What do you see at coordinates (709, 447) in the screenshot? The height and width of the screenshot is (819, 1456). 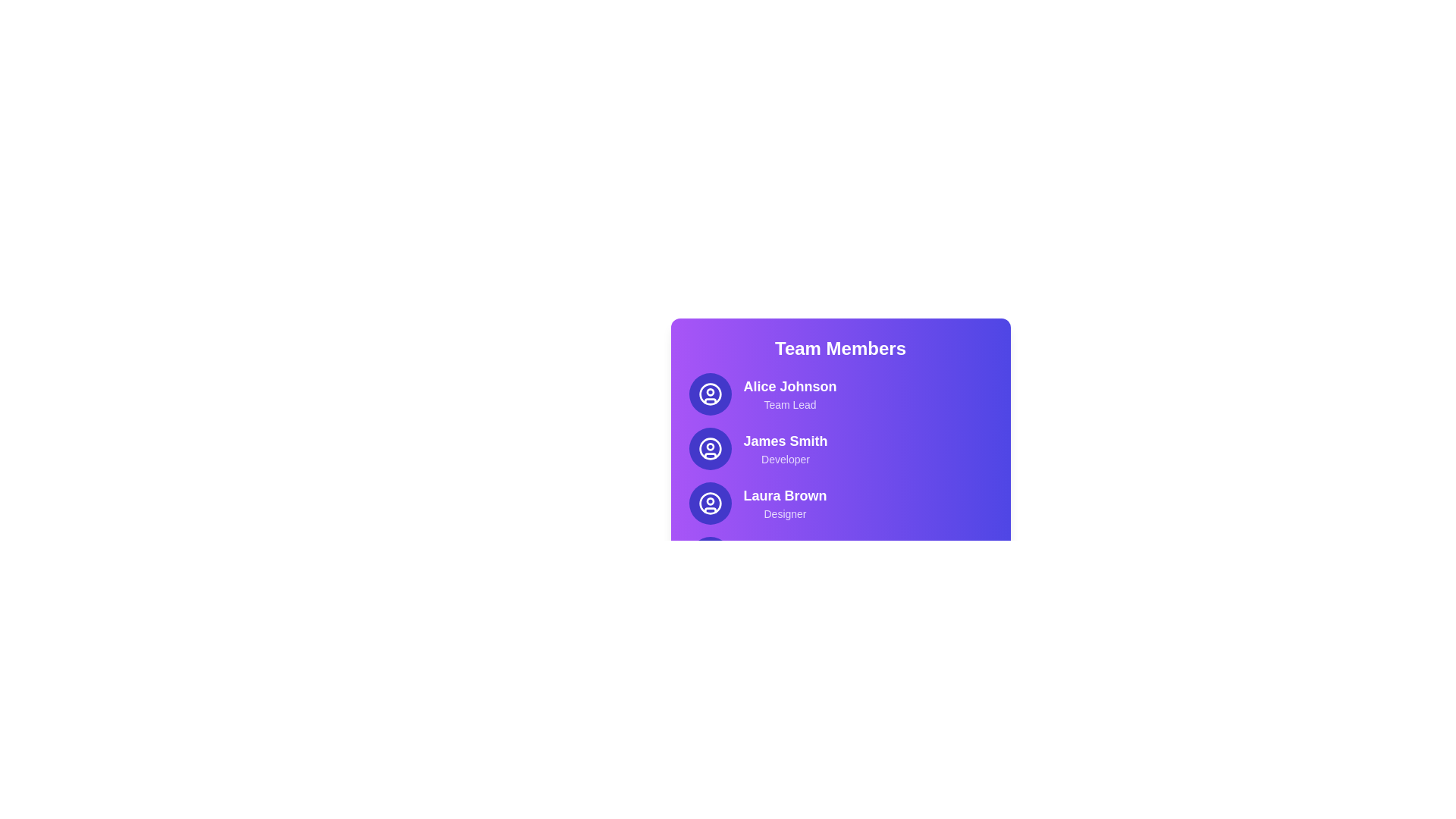 I see `the user icon styled as a circular badge with an inner user silhouette, which is the second element in a vertical list of team members under the header 'Team Members'` at bounding box center [709, 447].